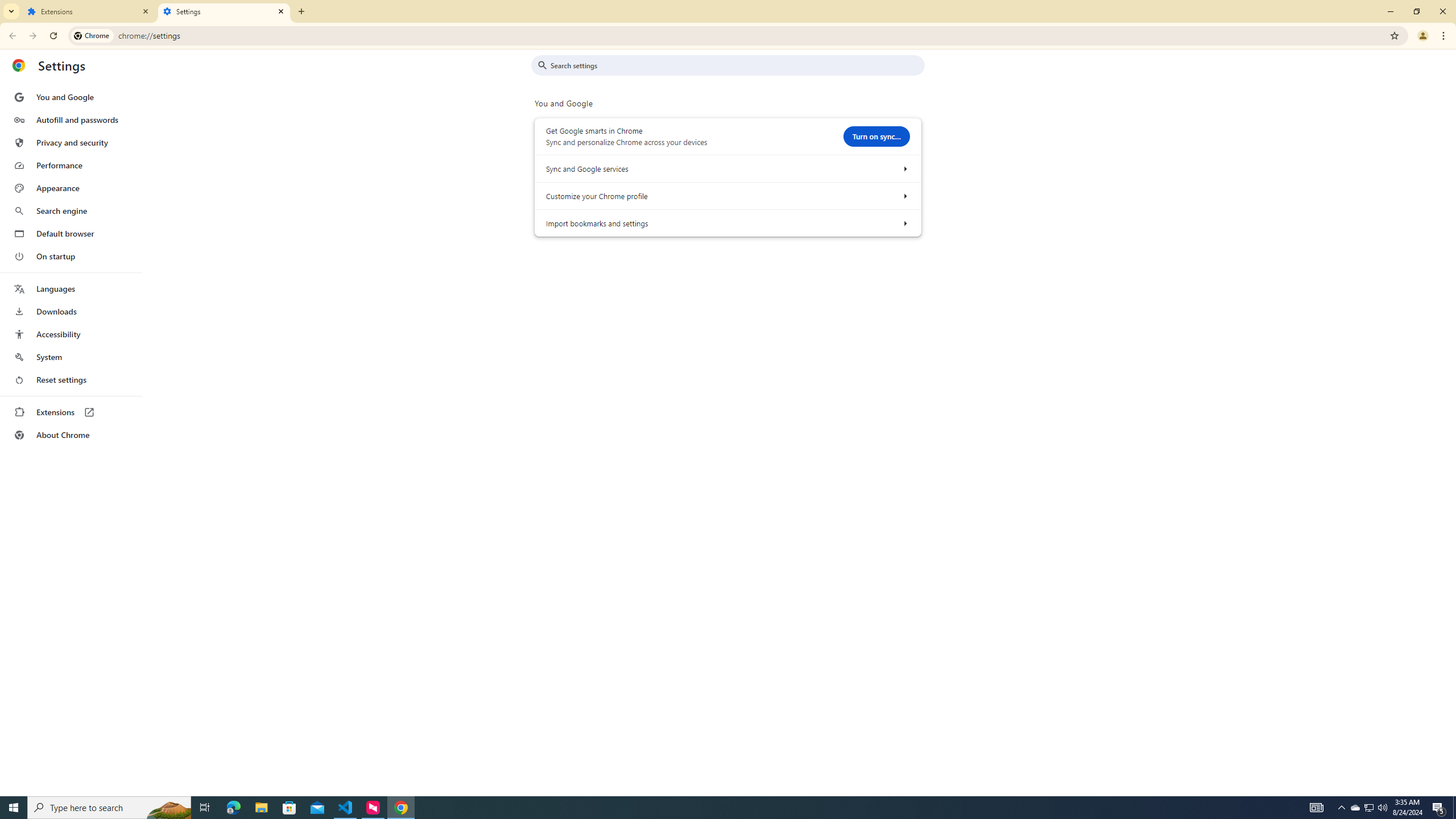  Describe the element at coordinates (70, 119) in the screenshot. I see `'Autofill and passwords'` at that location.